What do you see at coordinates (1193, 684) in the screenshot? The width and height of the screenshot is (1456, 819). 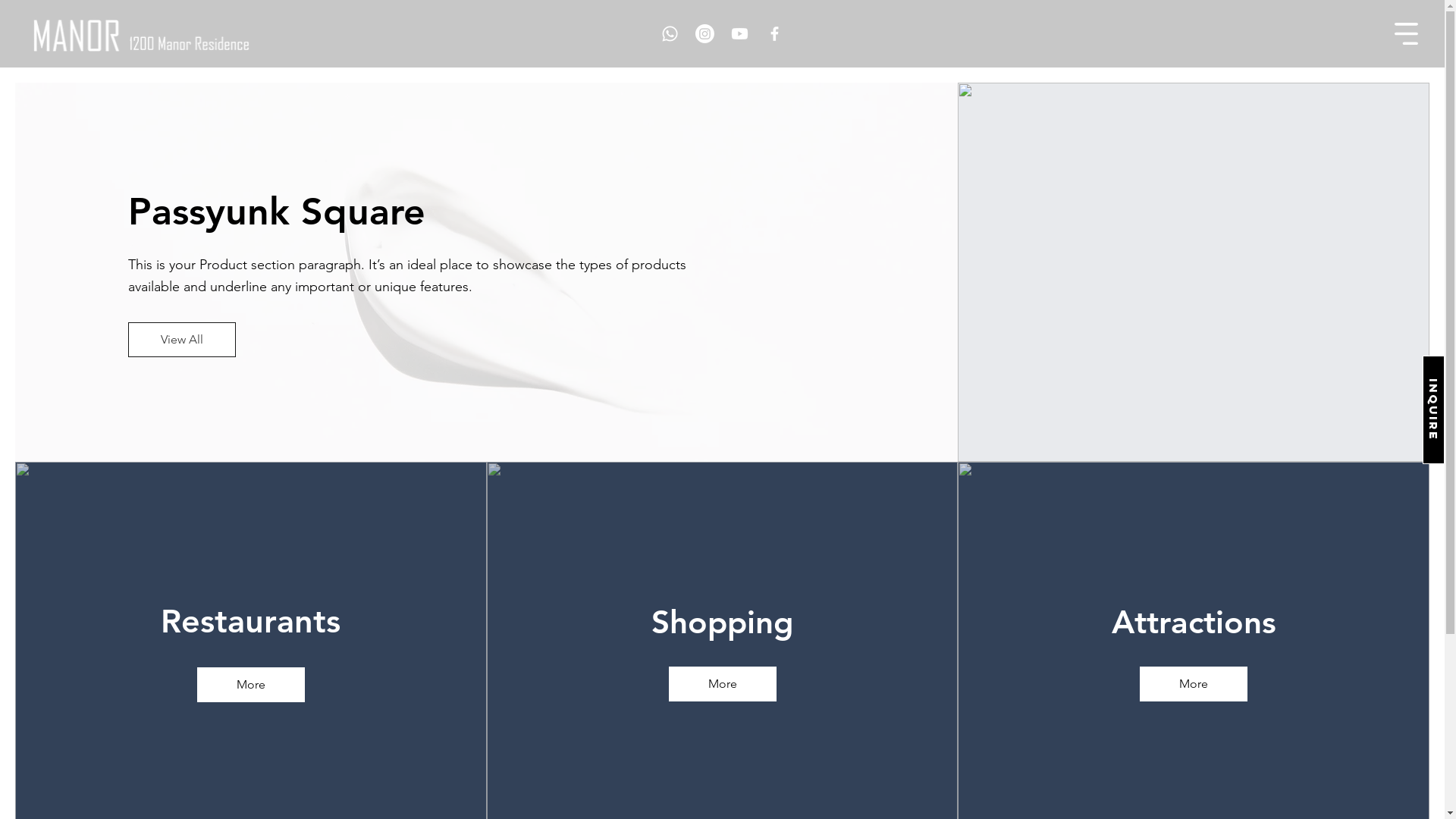 I see `'More'` at bounding box center [1193, 684].